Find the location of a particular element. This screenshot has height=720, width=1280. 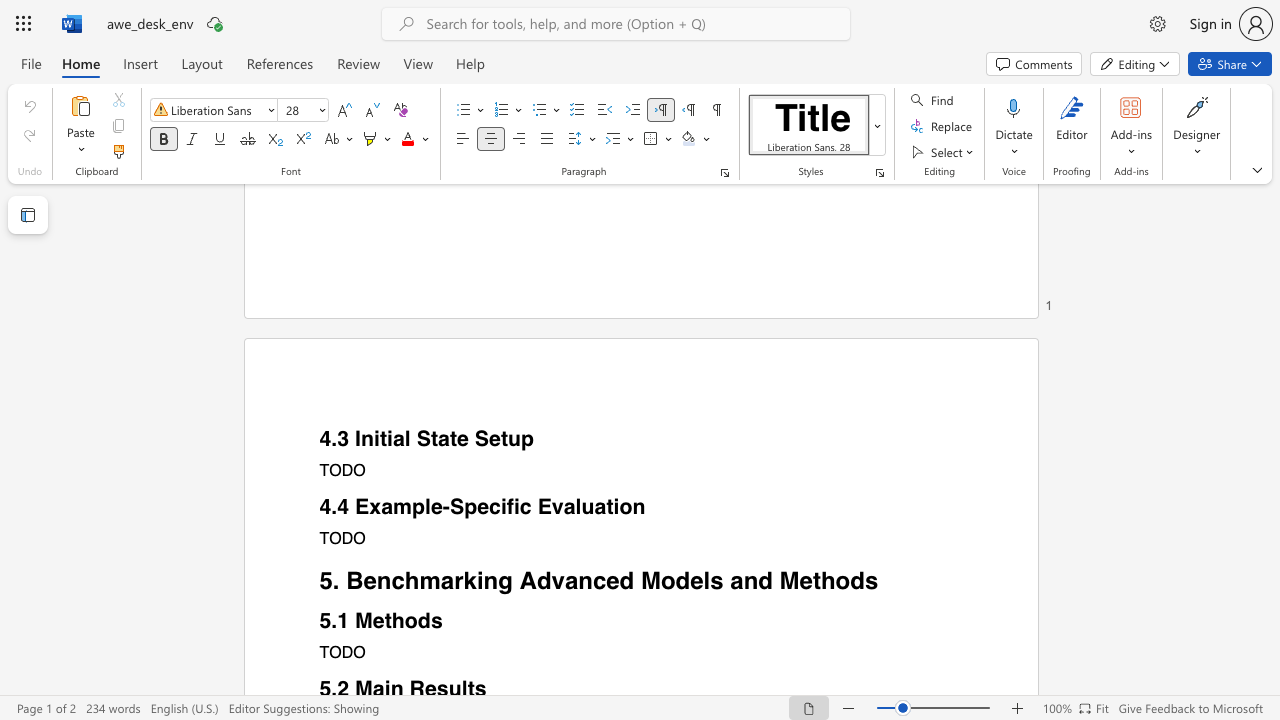

the subset text "Initi" within the text "4.3 Initial State Setup" is located at coordinates (355, 438).